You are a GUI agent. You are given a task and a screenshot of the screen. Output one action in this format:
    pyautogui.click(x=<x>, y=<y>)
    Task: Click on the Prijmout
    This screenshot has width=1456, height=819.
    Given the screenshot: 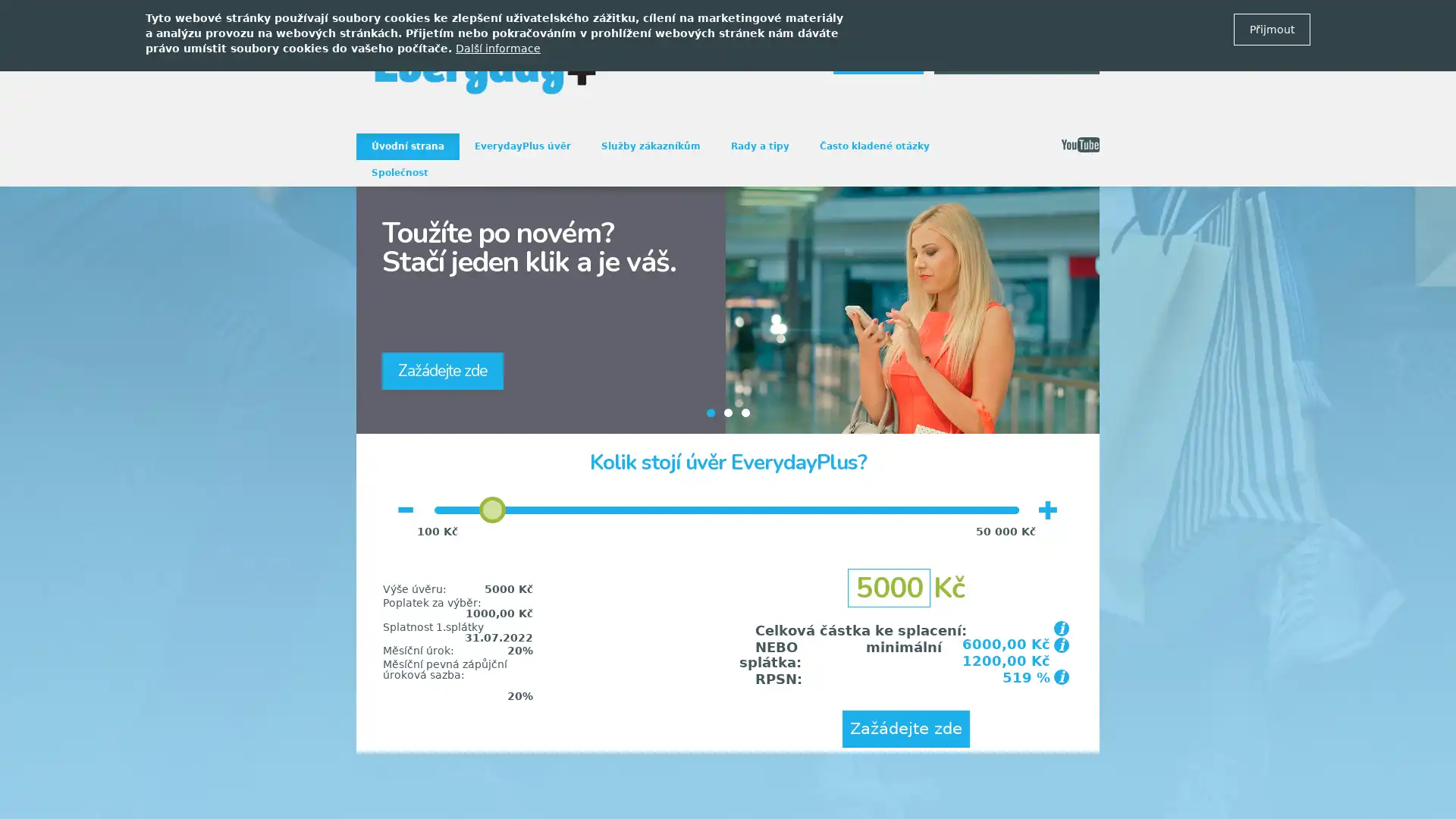 What is the action you would take?
    pyautogui.click(x=1272, y=29)
    